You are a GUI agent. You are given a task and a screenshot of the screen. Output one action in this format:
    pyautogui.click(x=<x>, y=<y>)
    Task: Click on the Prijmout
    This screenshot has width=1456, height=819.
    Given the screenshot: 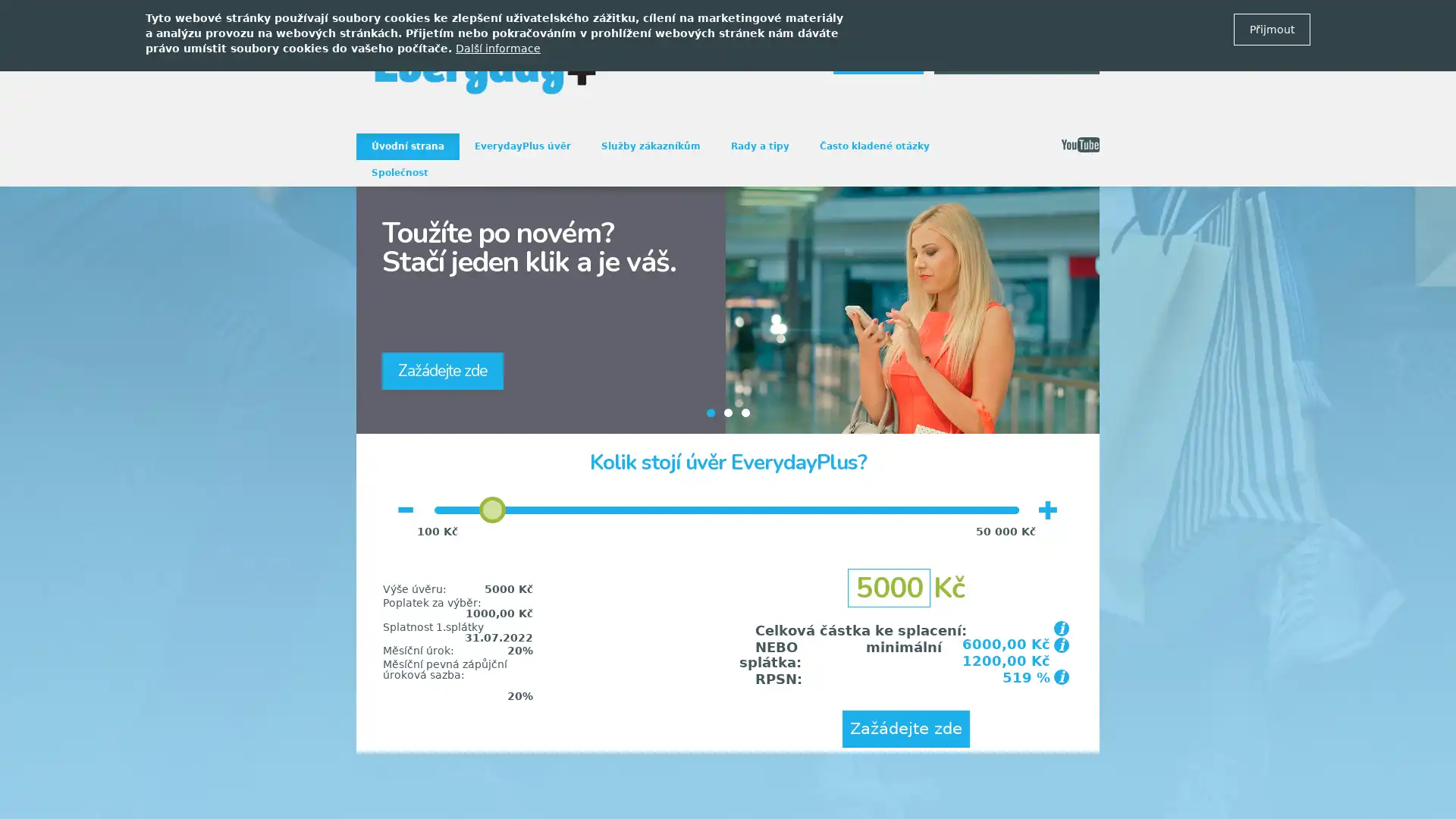 What is the action you would take?
    pyautogui.click(x=1272, y=29)
    